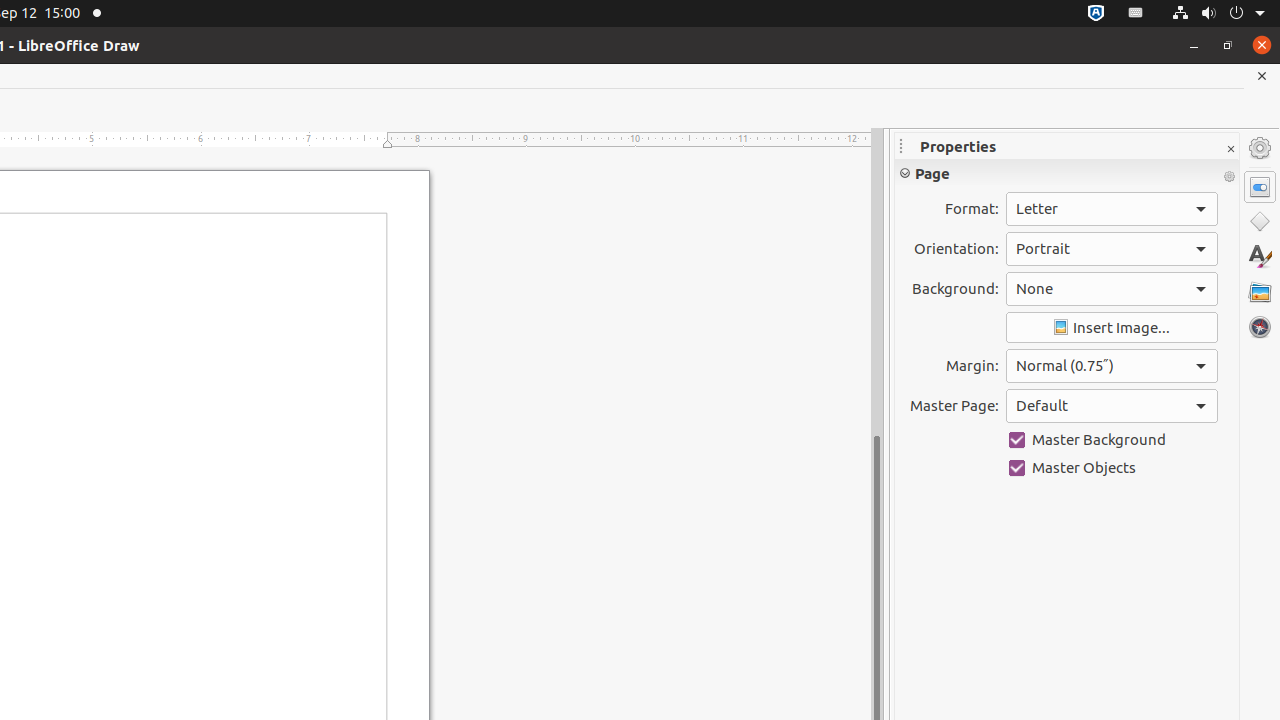  What do you see at coordinates (1229, 148) in the screenshot?
I see `'Close Sidebar Deck'` at bounding box center [1229, 148].